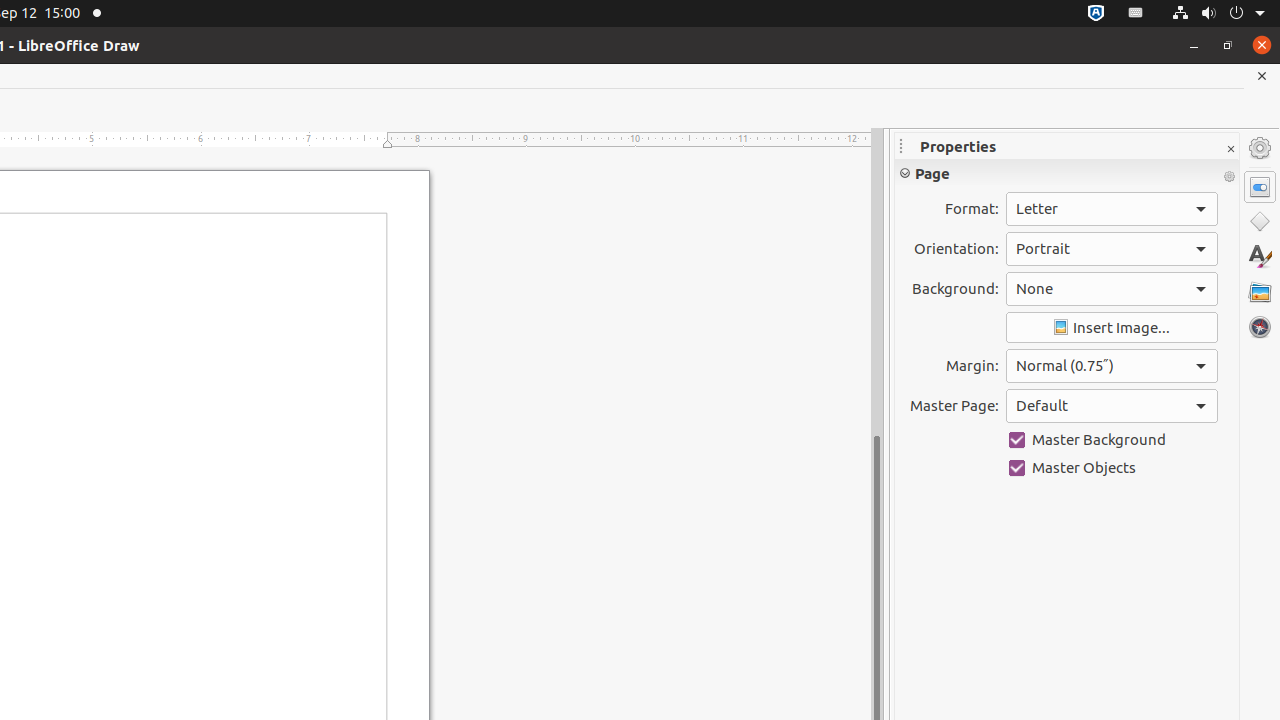  What do you see at coordinates (1229, 148) in the screenshot?
I see `'Close Sidebar Deck'` at bounding box center [1229, 148].